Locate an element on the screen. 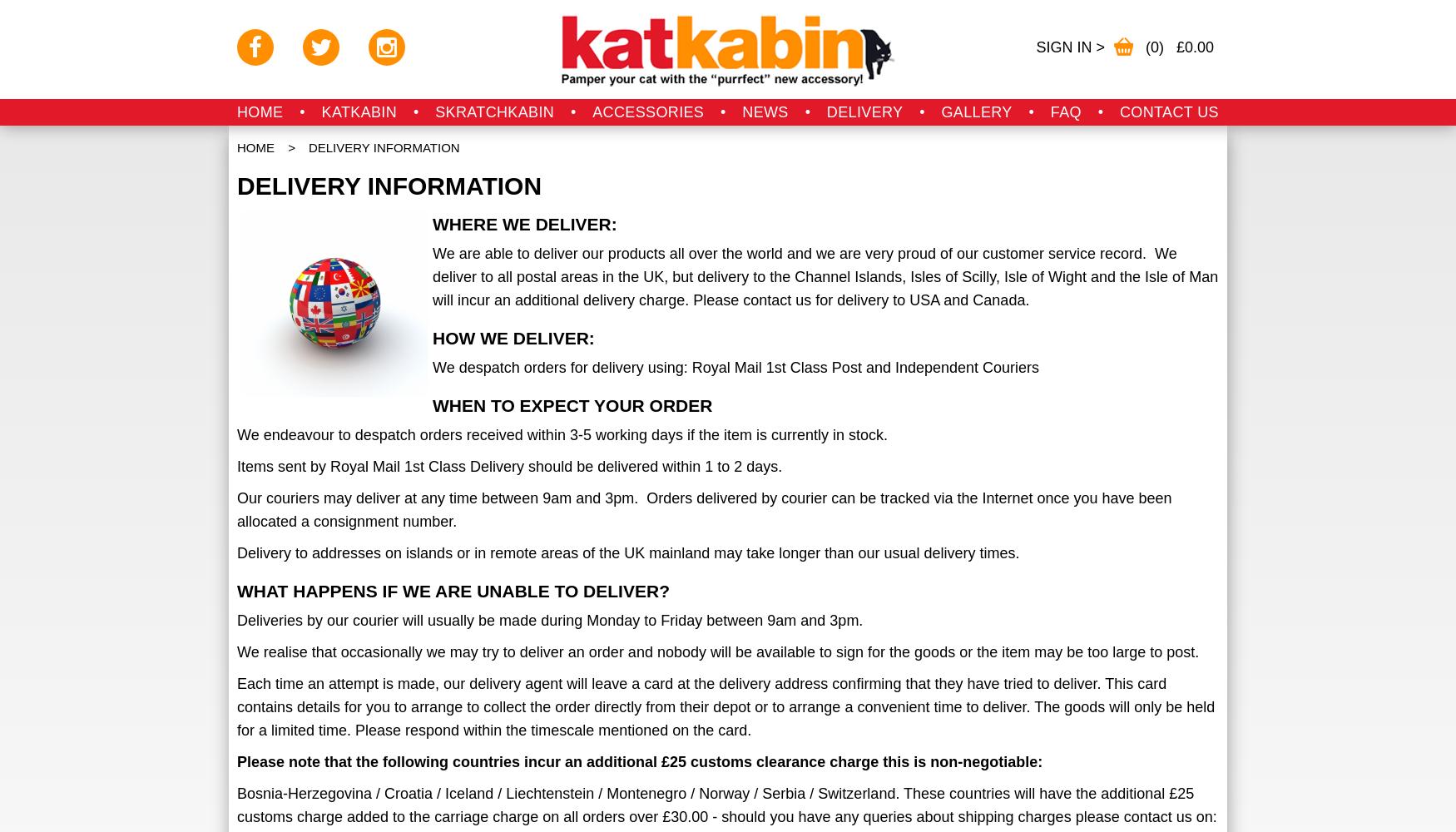 This screenshot has width=1456, height=832. 'SkratchKabin' is located at coordinates (494, 112).